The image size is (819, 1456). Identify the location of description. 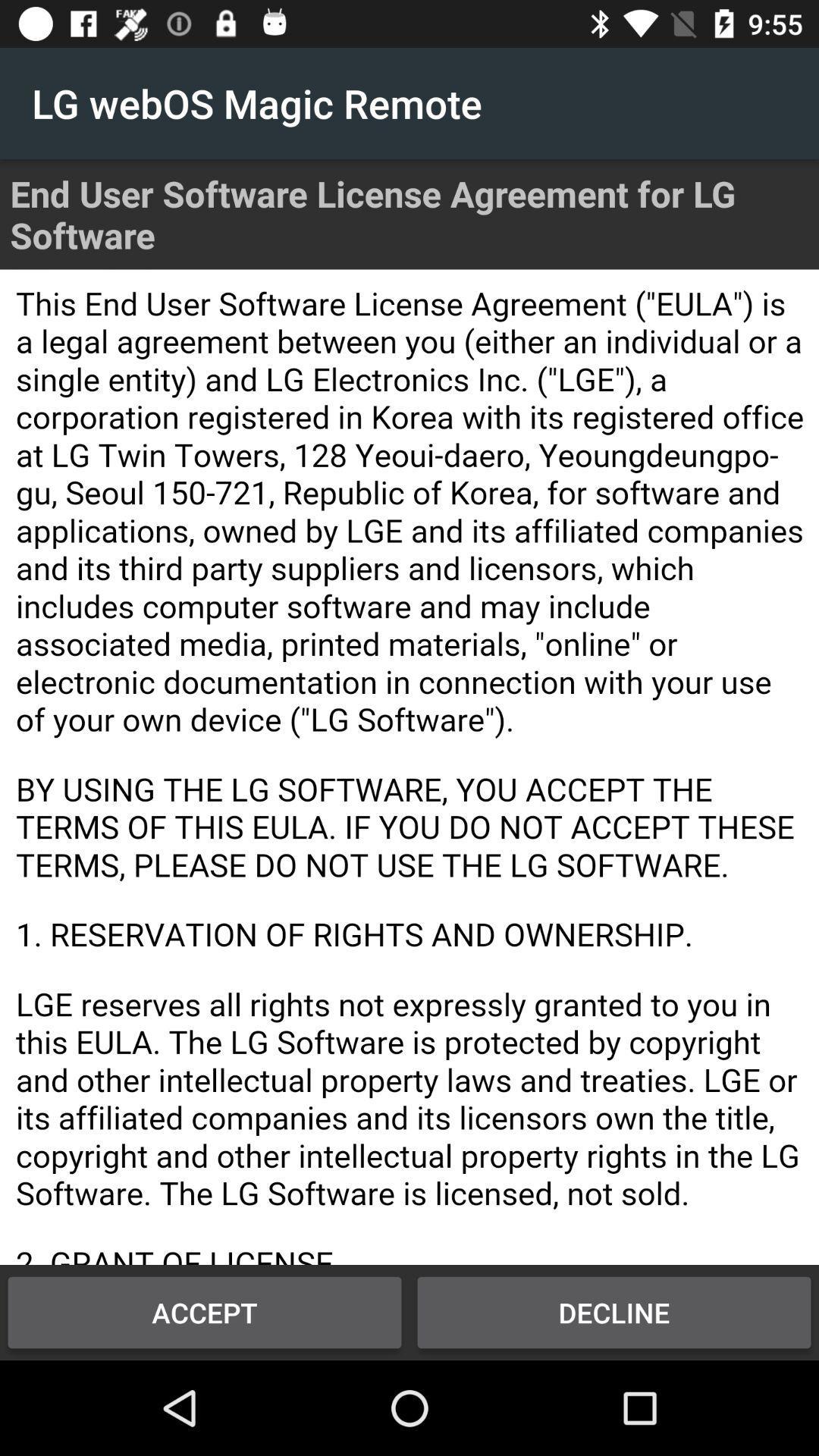
(409, 767).